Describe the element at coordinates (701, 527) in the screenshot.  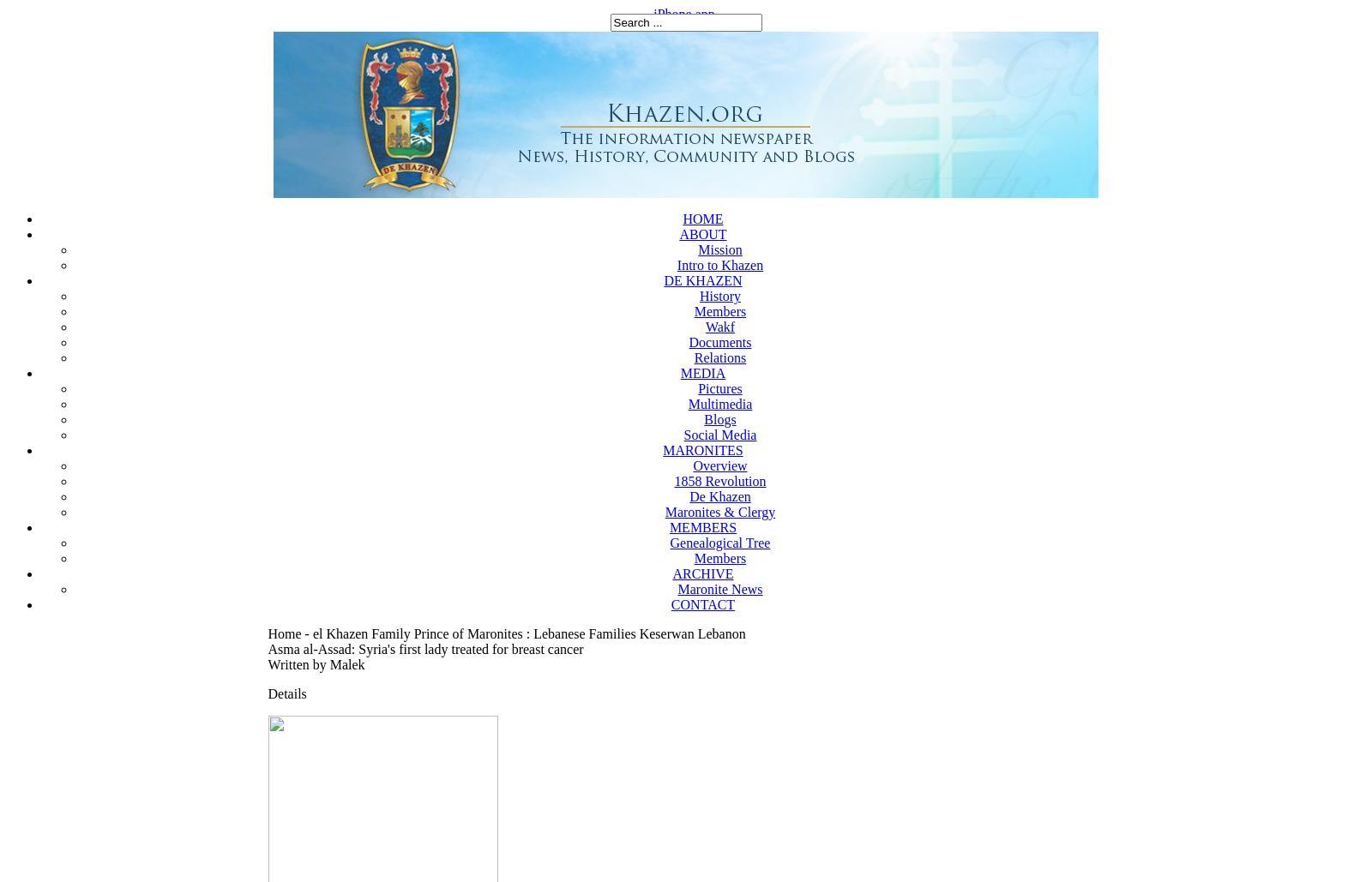
I see `'MEMBERS'` at that location.